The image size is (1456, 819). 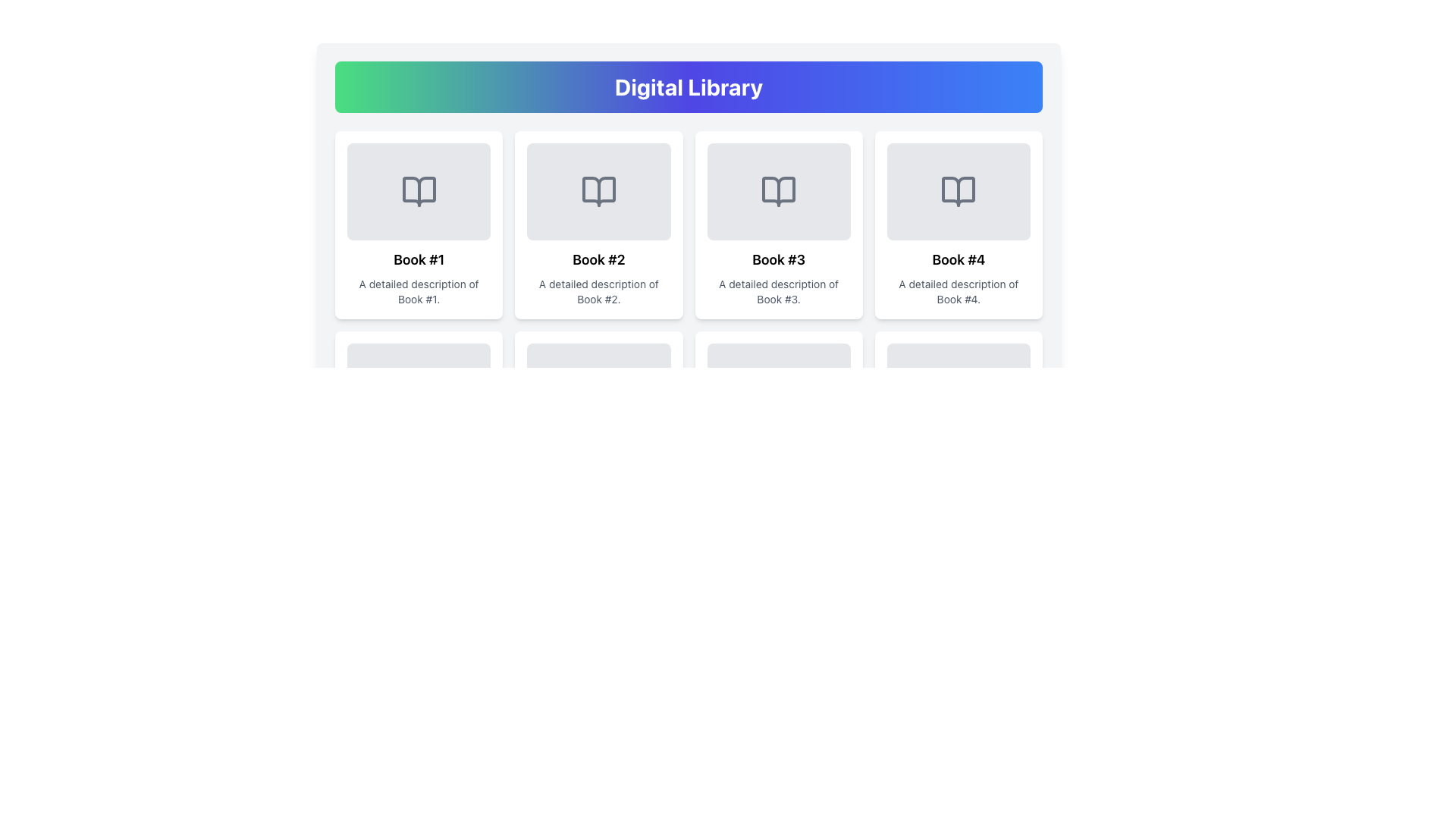 I want to click on the Information card displaying 'Book #4', which is the fourth card in the grid layout, located in the first row and fourth column, so click(x=958, y=225).